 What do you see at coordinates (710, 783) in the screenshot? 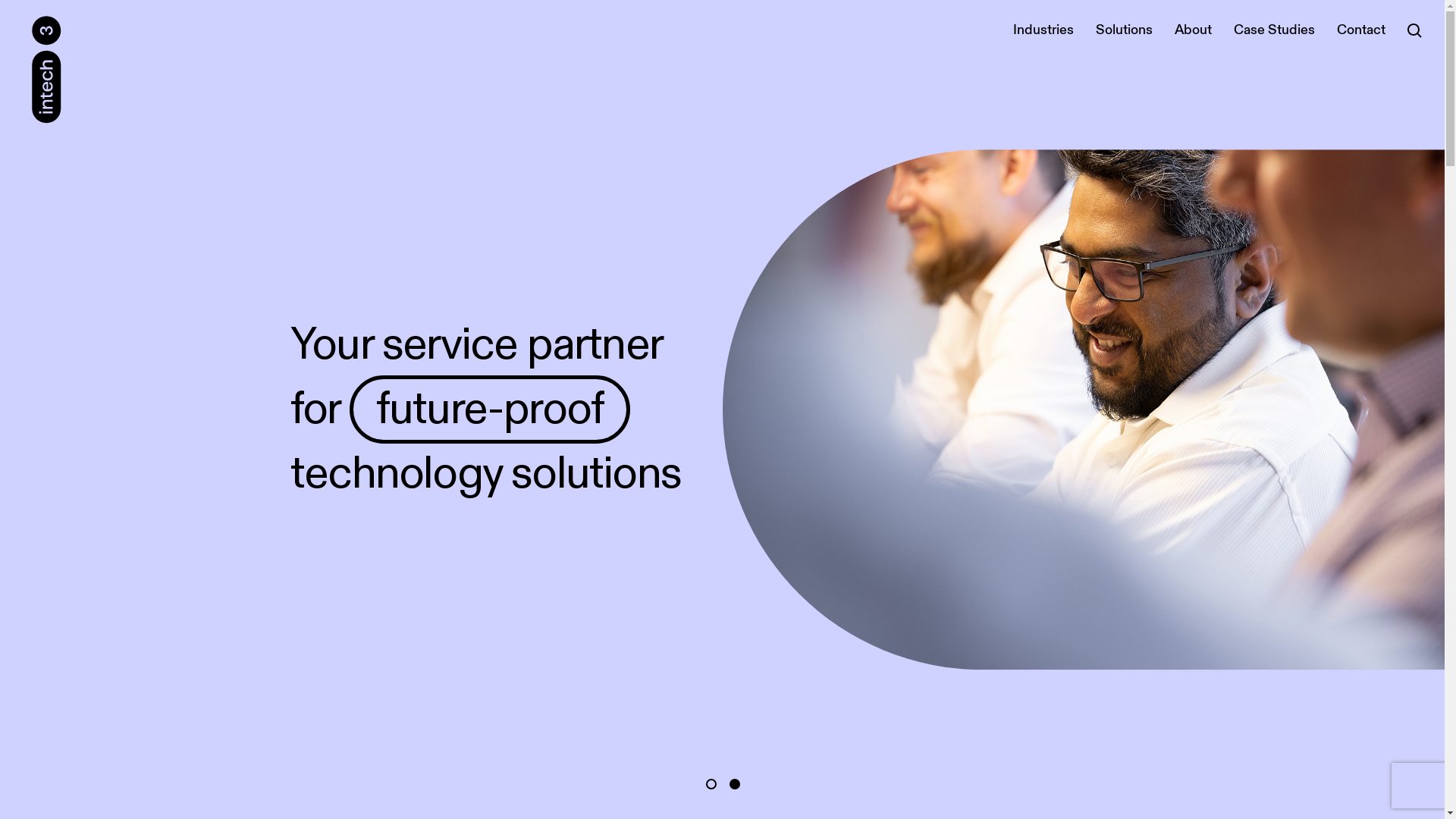
I see `'1'` at bounding box center [710, 783].